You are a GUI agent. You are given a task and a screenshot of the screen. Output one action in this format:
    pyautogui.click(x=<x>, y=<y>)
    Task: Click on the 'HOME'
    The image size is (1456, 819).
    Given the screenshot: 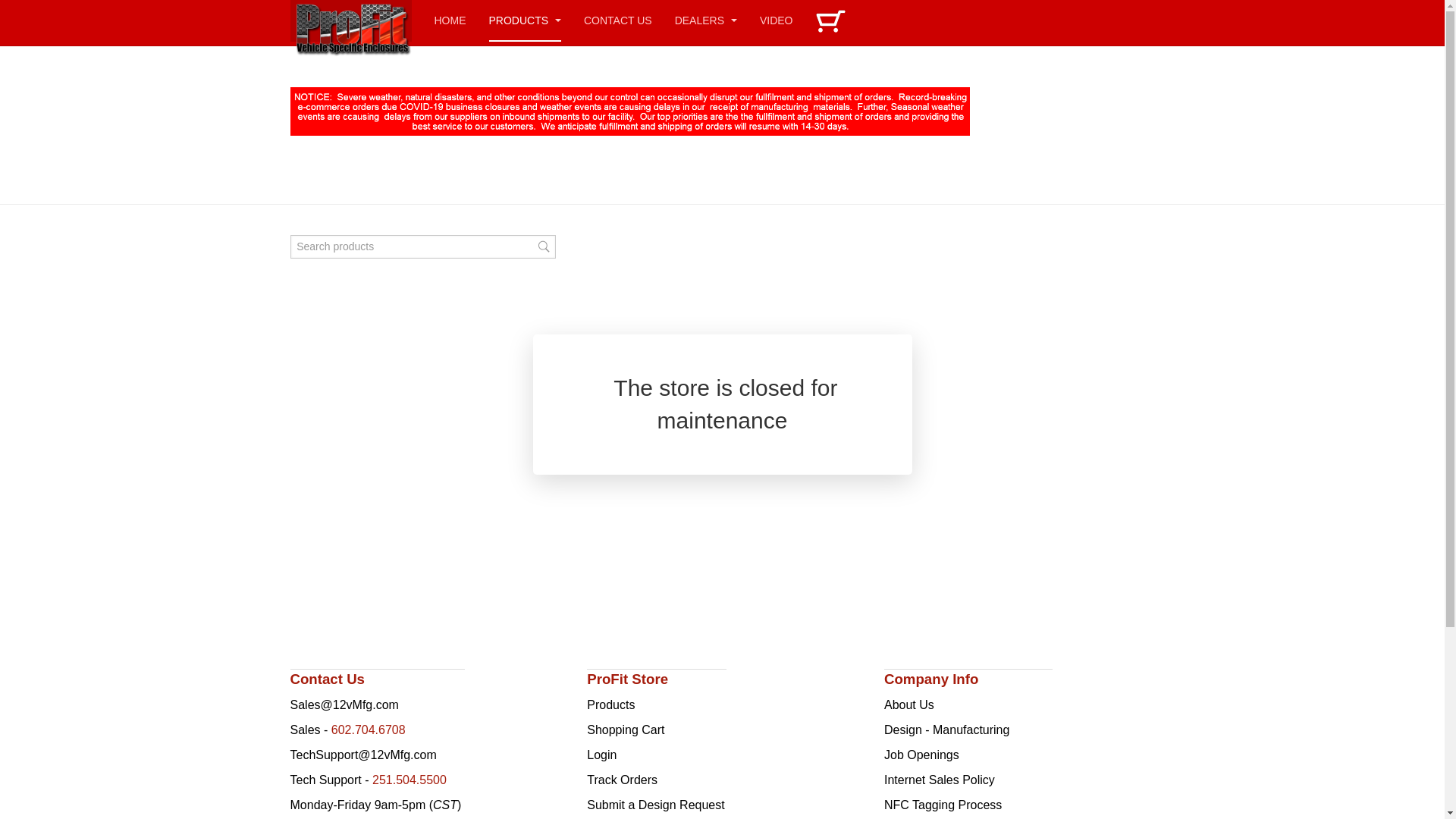 What is the action you would take?
    pyautogui.click(x=449, y=20)
    